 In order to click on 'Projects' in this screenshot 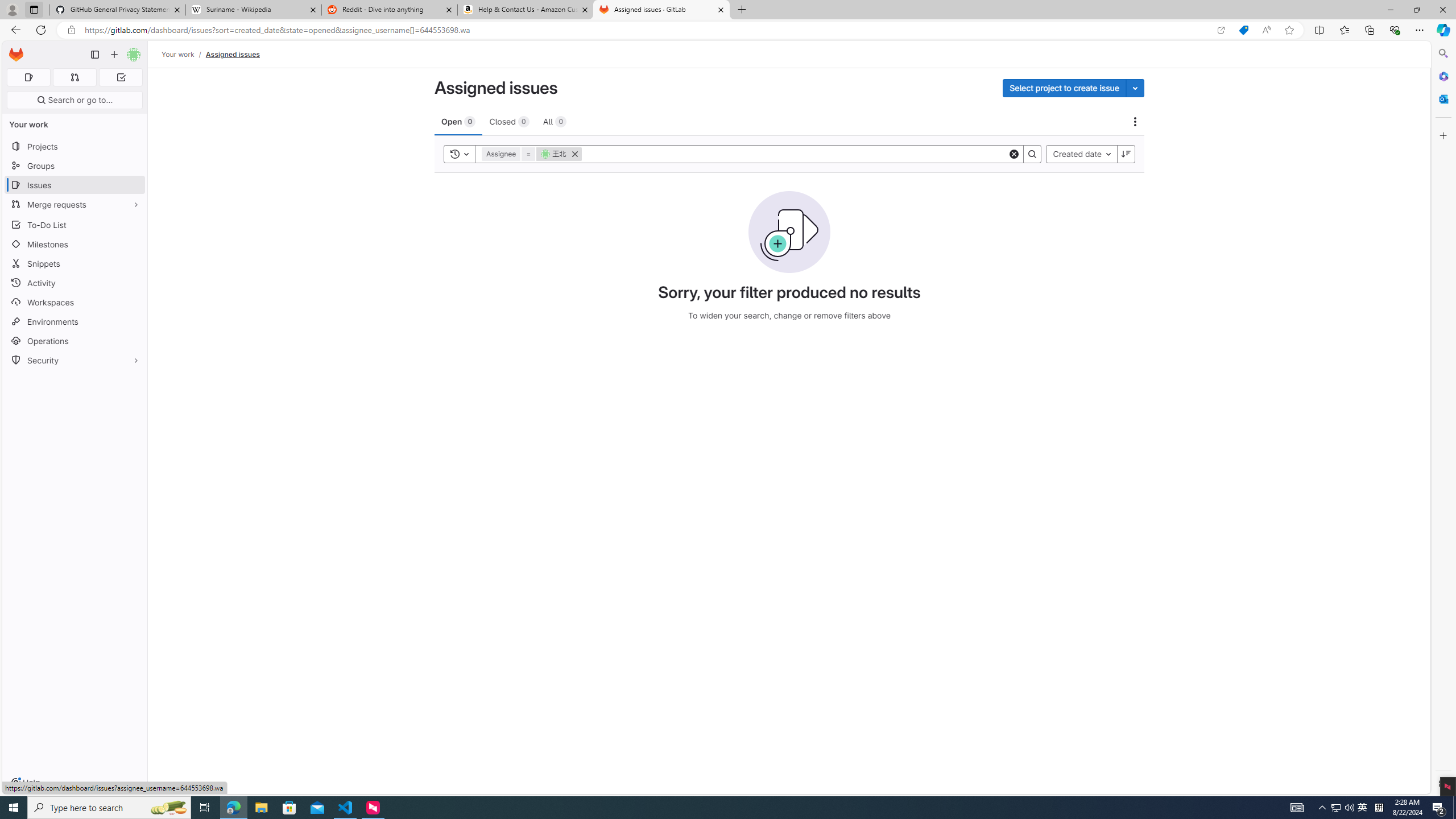, I will do `click(74, 146)`.